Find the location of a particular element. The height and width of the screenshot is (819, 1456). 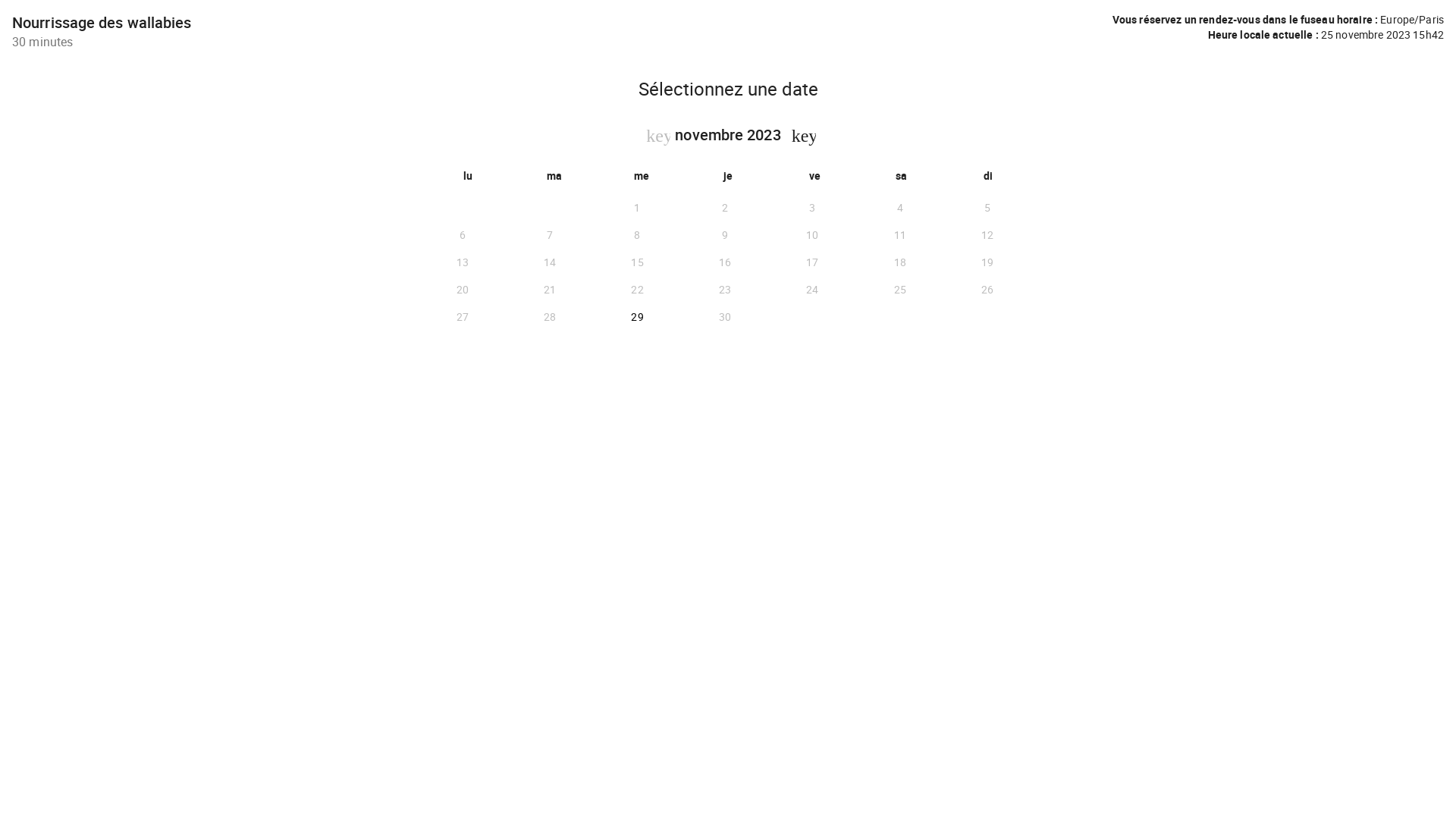

'5' is located at coordinates (987, 207).